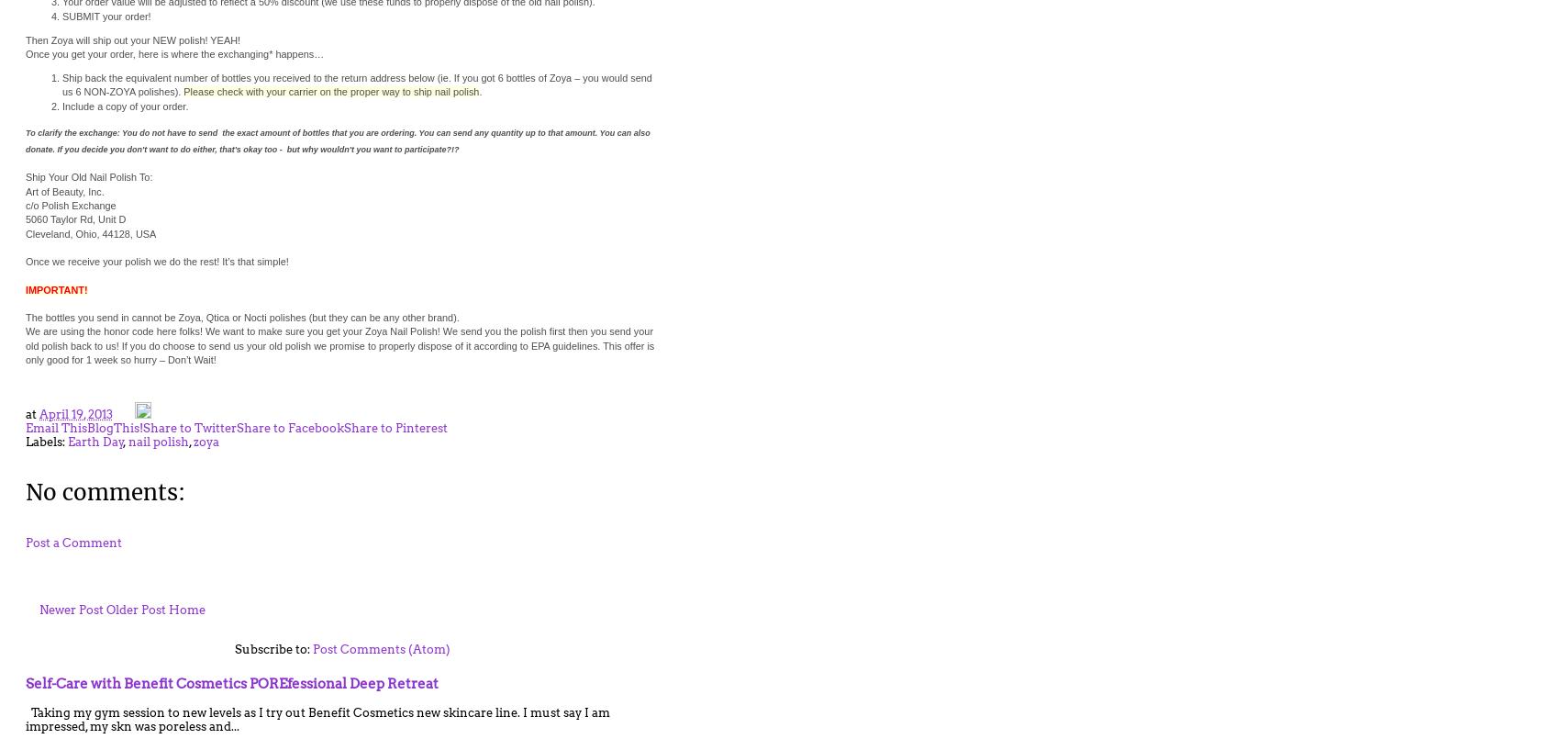 The width and height of the screenshot is (1568, 739). I want to click on 'Once you get your order, here is where the exchanging* happens…', so click(173, 52).